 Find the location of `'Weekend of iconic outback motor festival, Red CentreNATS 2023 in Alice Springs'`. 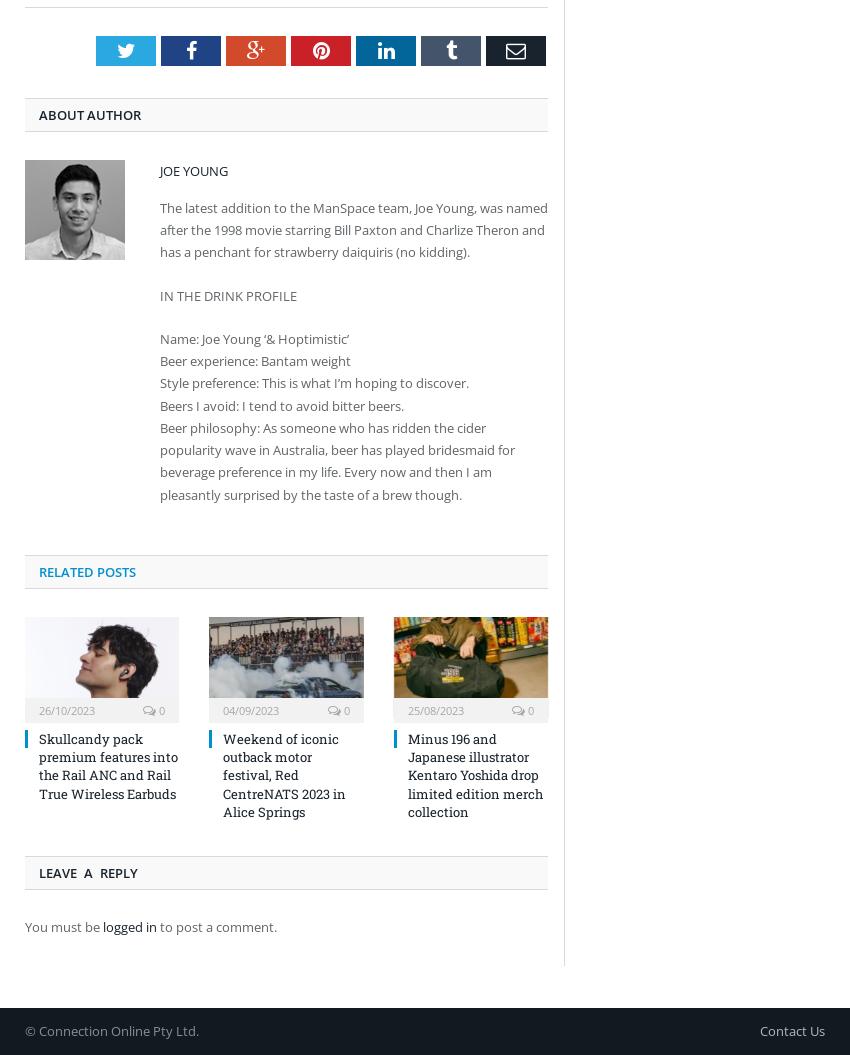

'Weekend of iconic outback motor festival, Red CentreNATS 2023 in Alice Springs' is located at coordinates (283, 774).